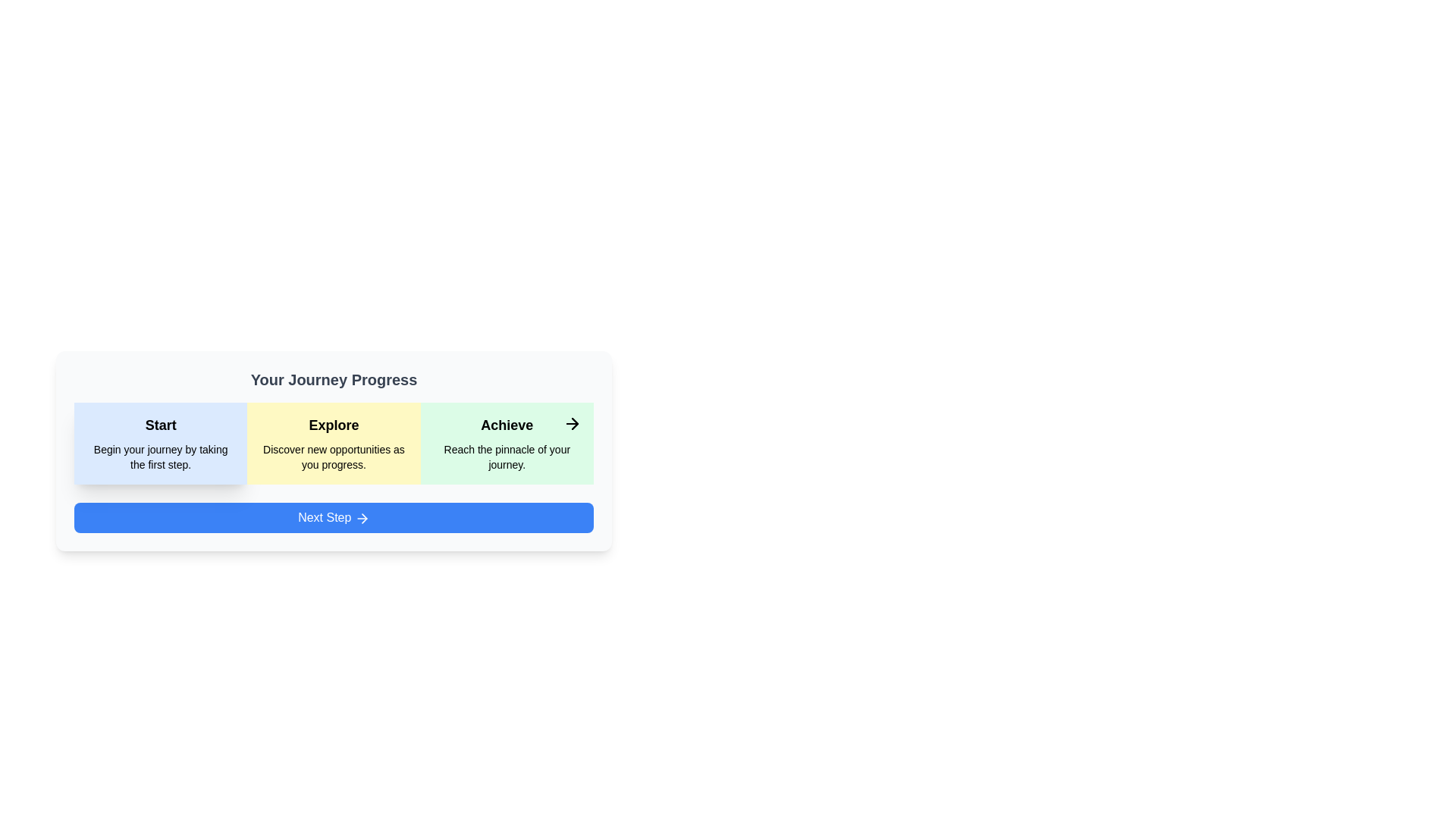 The height and width of the screenshot is (819, 1456). I want to click on the text label element that reads 'Reach the pinnacle of your journey,' which is positioned below the header 'Achieve' in the third section of a three-section layout, so click(507, 456).